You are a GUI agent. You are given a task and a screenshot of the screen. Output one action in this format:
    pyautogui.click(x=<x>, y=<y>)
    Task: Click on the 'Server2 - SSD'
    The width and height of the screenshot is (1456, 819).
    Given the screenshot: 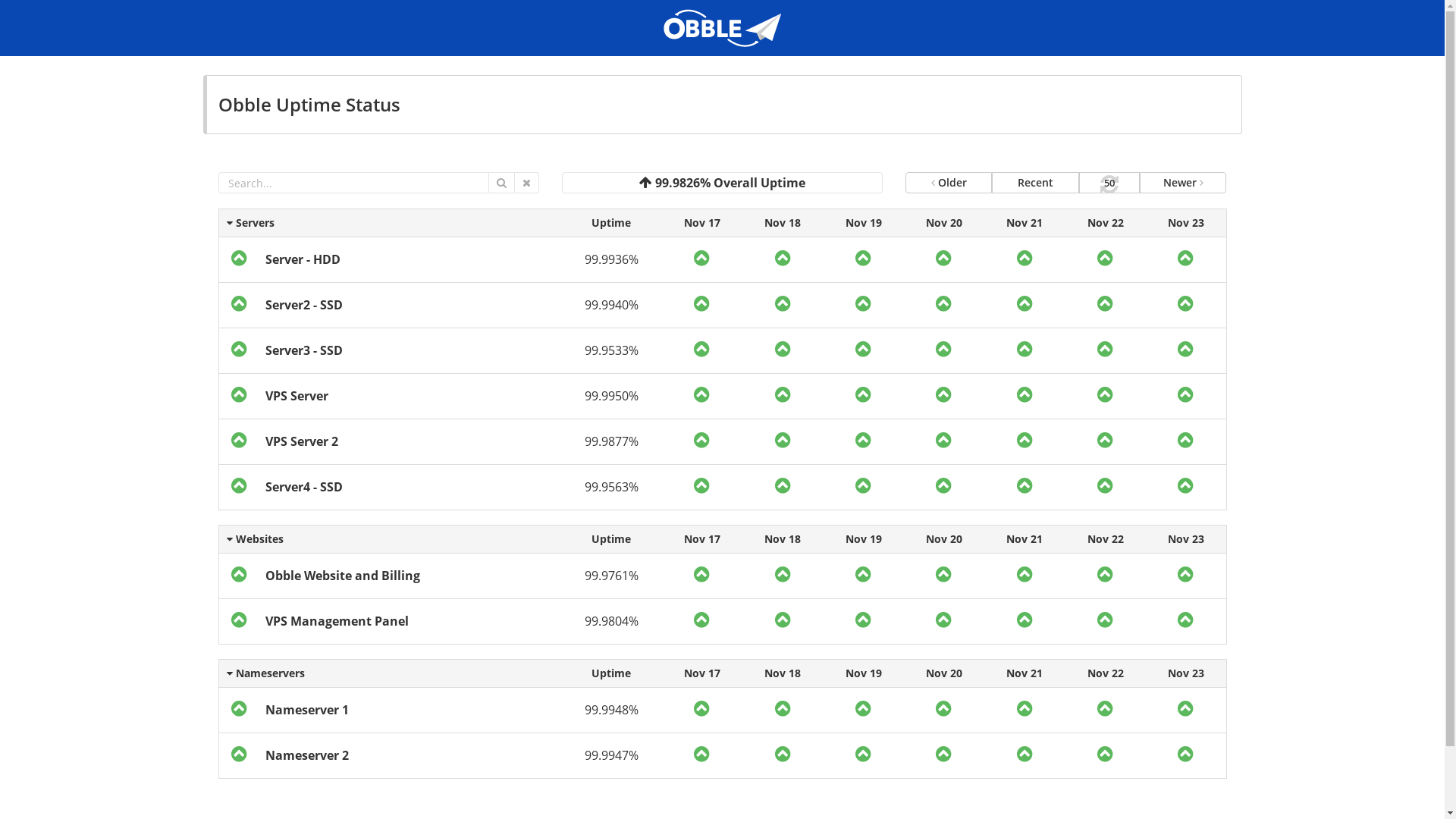 What is the action you would take?
    pyautogui.click(x=303, y=304)
    